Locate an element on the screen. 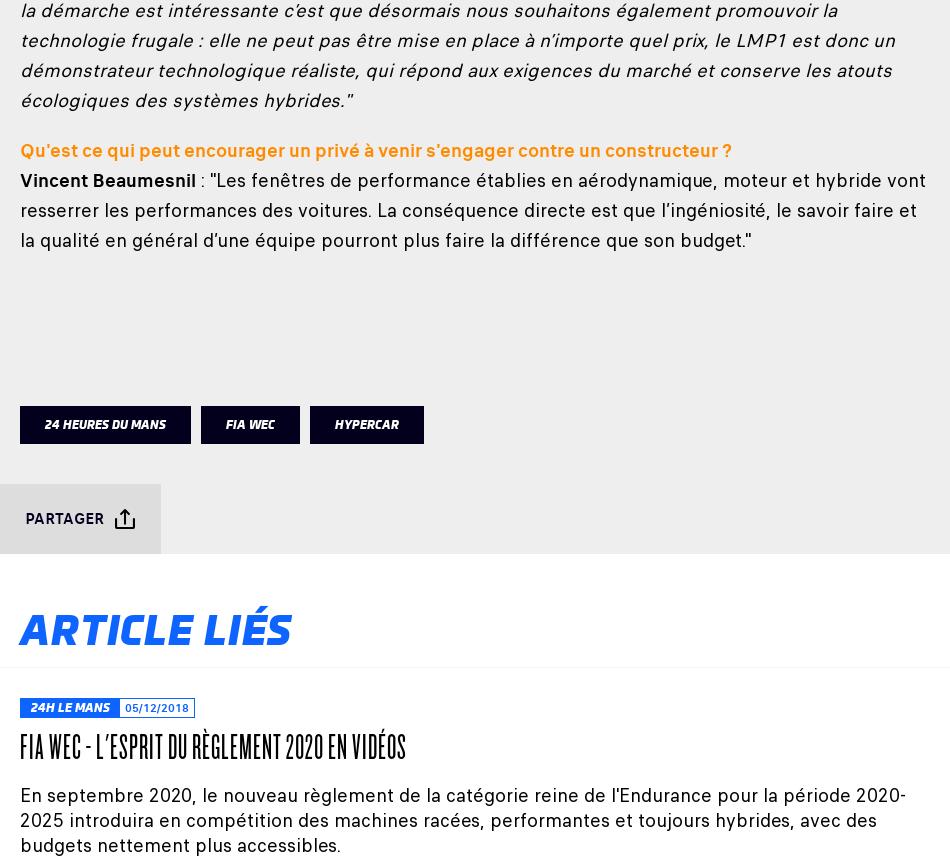  'FIA WEC - L'esprit du règlement 2020 en vidéos' is located at coordinates (20, 745).